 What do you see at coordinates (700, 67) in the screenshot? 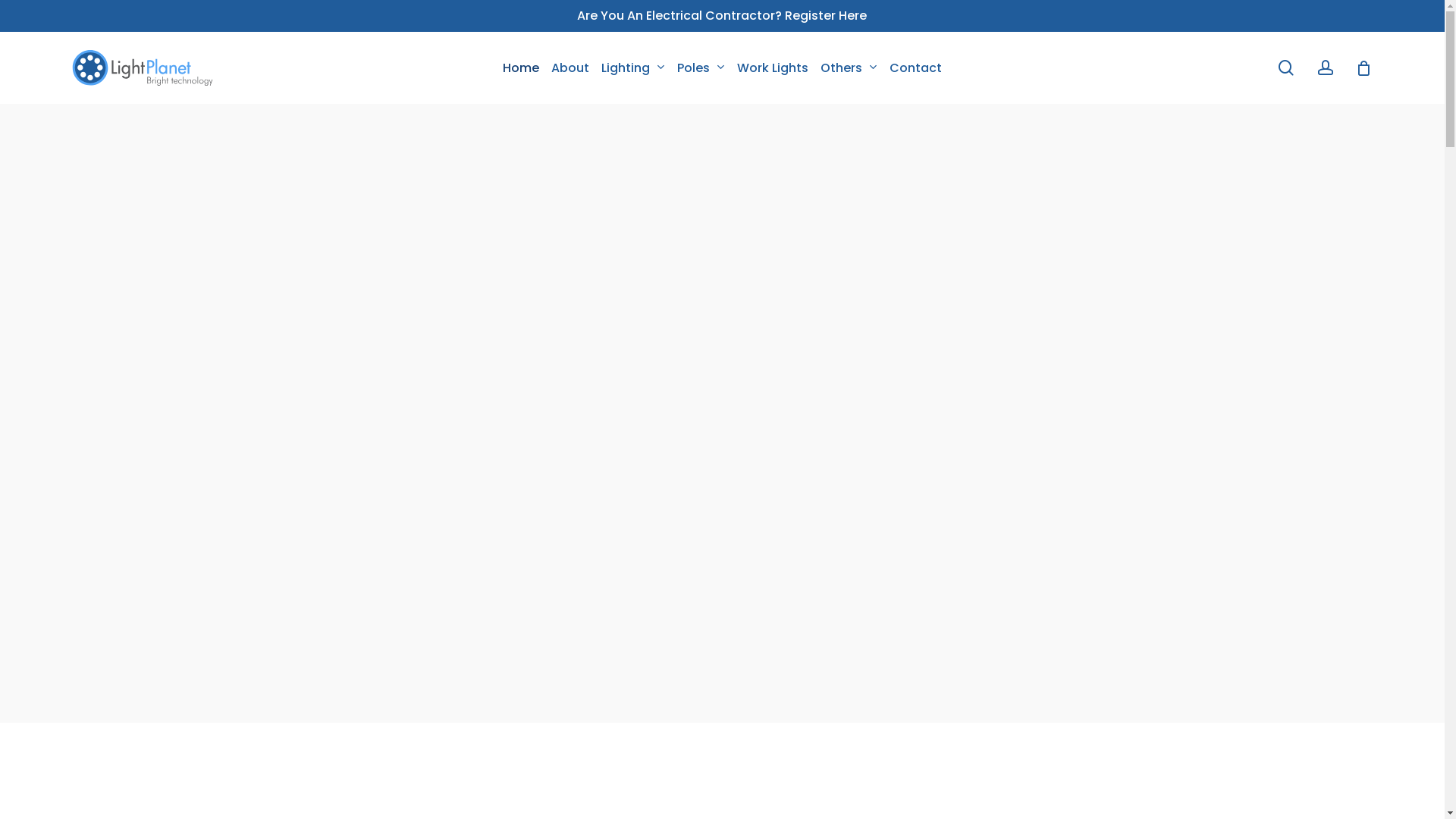
I see `'Poles'` at bounding box center [700, 67].